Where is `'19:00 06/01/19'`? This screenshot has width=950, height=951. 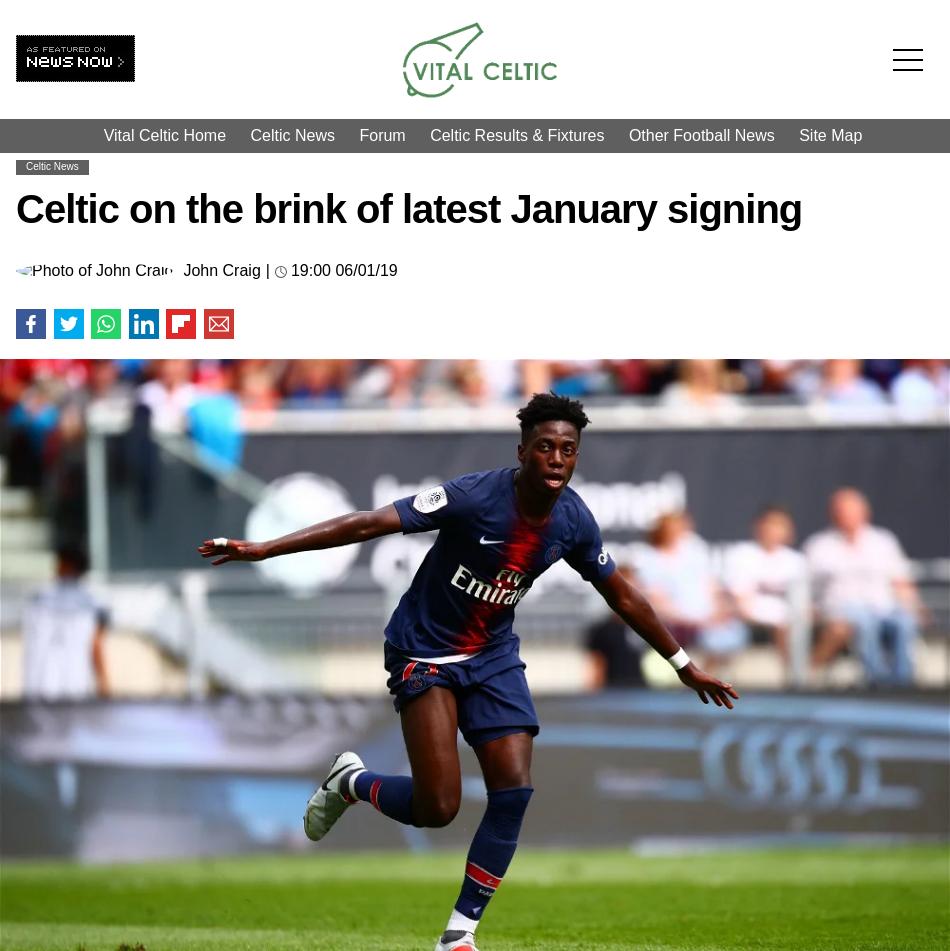
'19:00 06/01/19' is located at coordinates (289, 269).